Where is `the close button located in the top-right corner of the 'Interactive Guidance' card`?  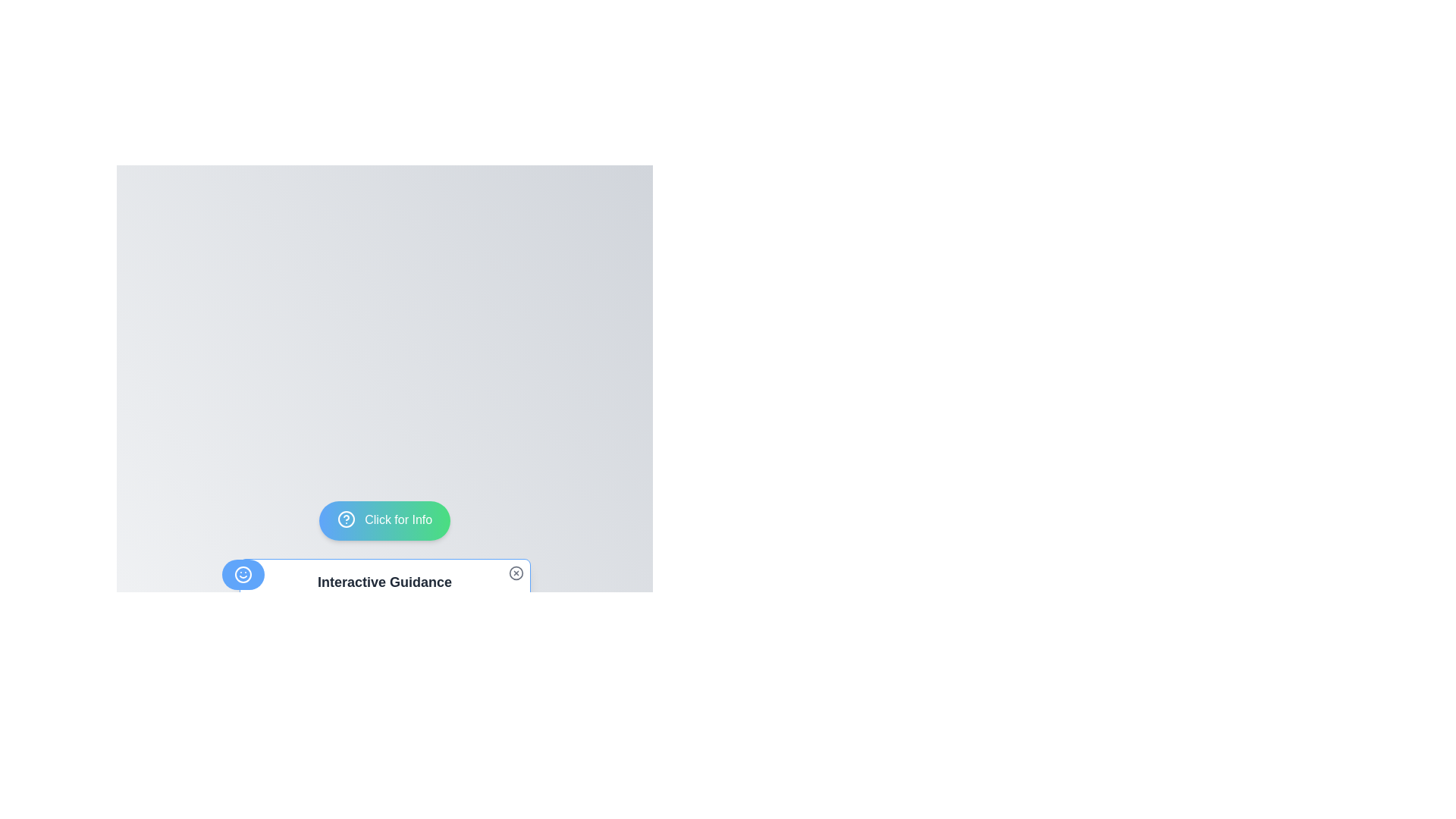 the close button located in the top-right corner of the 'Interactive Guidance' card is located at coordinates (516, 573).